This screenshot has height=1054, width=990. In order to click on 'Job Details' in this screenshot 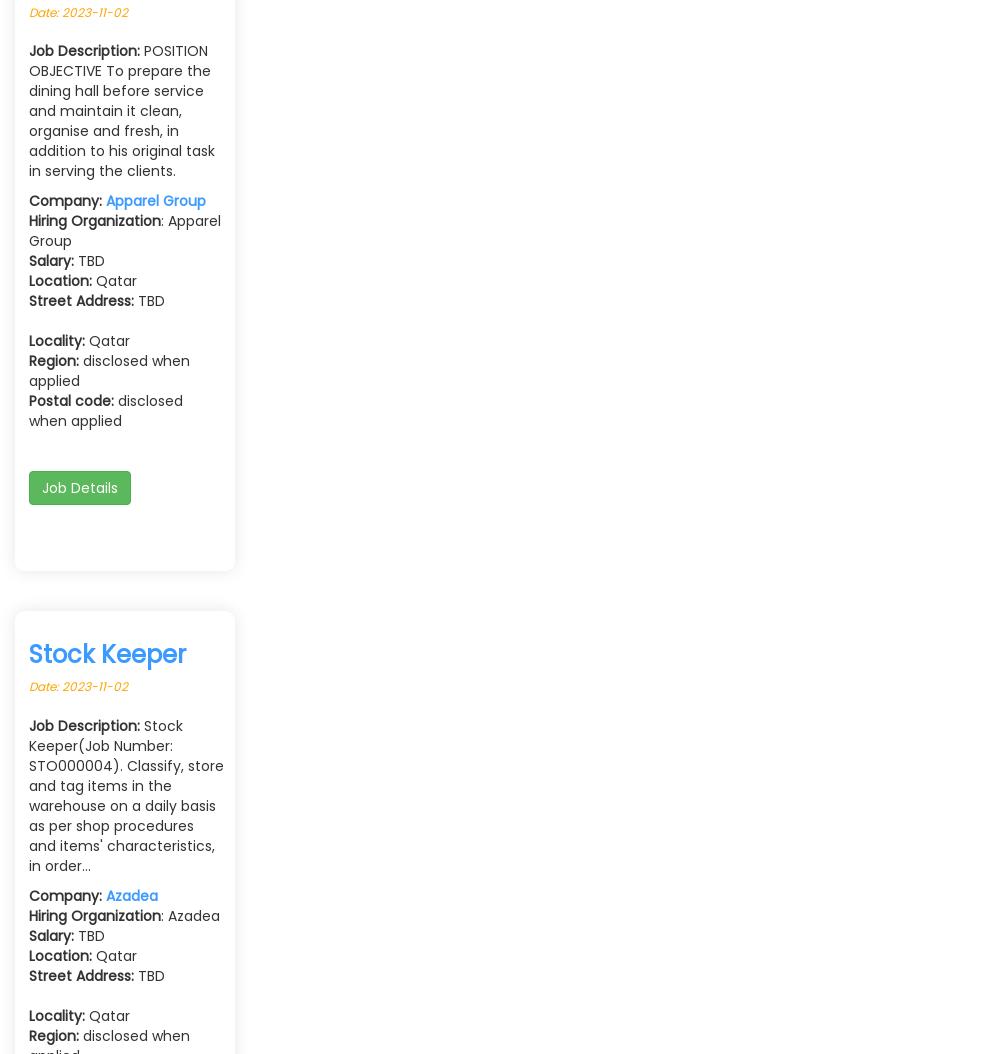, I will do `click(79, 487)`.